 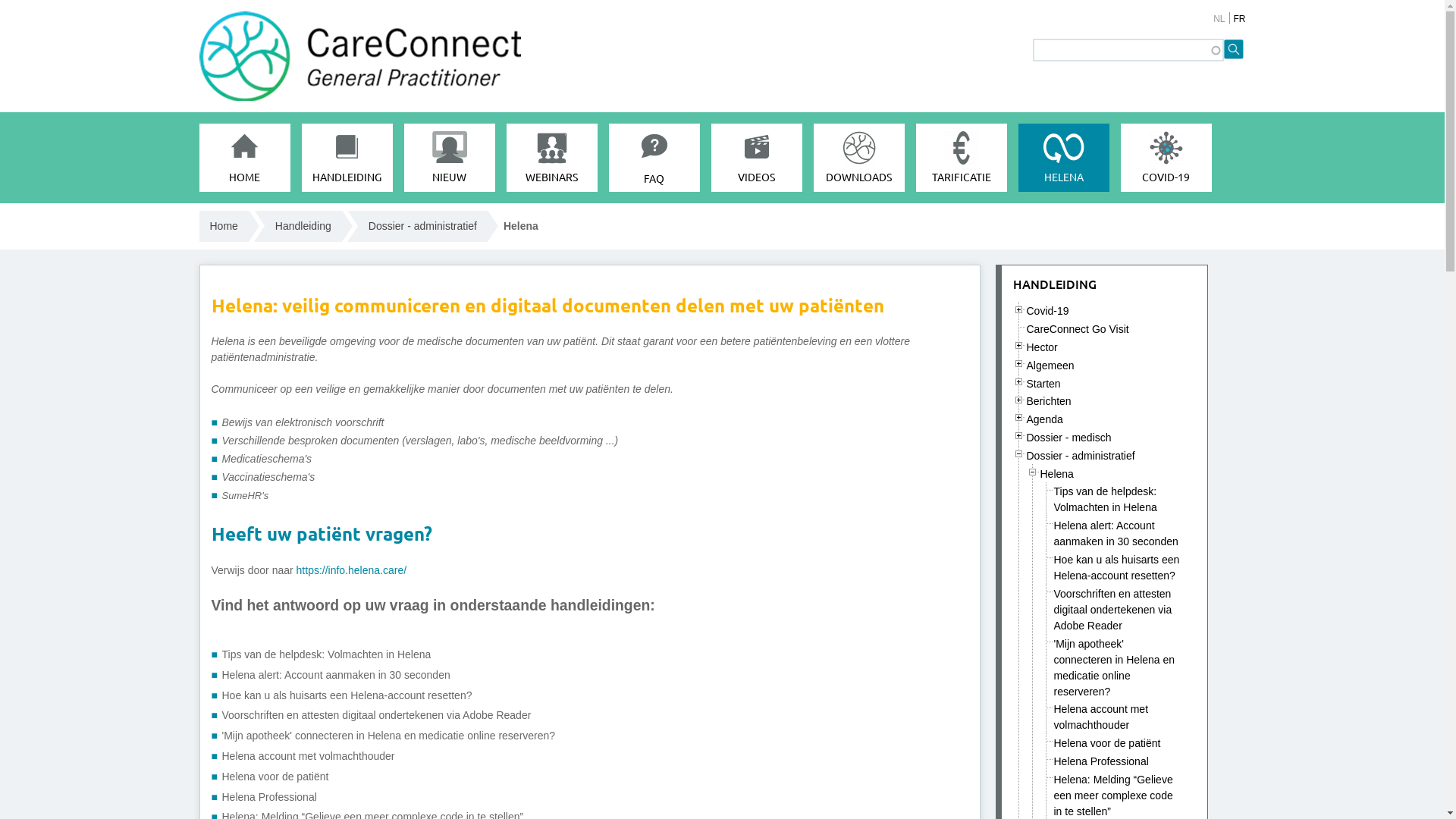 I want to click on 'Home', so click(x=198, y=226).